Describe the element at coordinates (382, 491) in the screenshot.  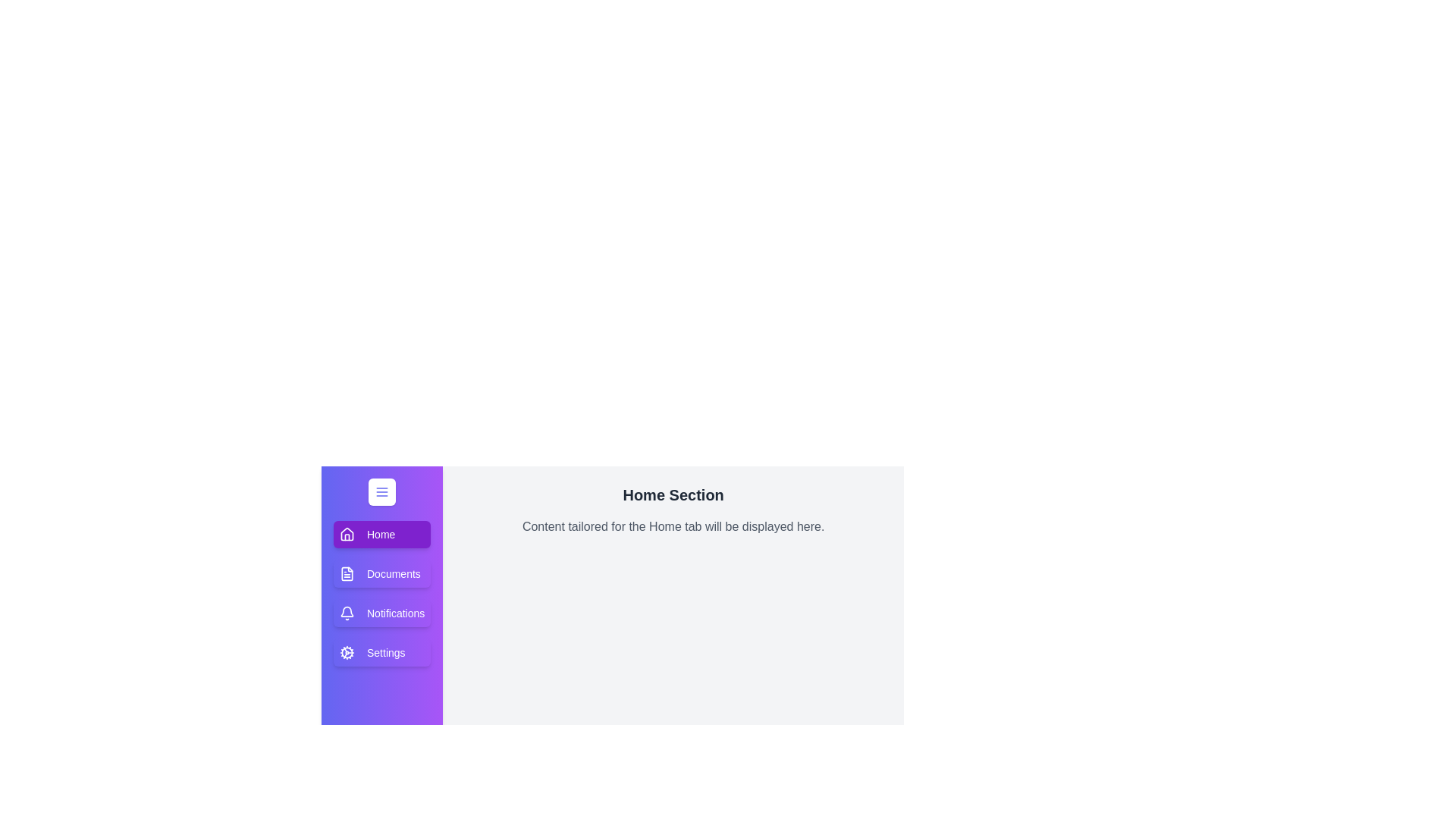
I see `toggle button to change the drawer's state` at that location.